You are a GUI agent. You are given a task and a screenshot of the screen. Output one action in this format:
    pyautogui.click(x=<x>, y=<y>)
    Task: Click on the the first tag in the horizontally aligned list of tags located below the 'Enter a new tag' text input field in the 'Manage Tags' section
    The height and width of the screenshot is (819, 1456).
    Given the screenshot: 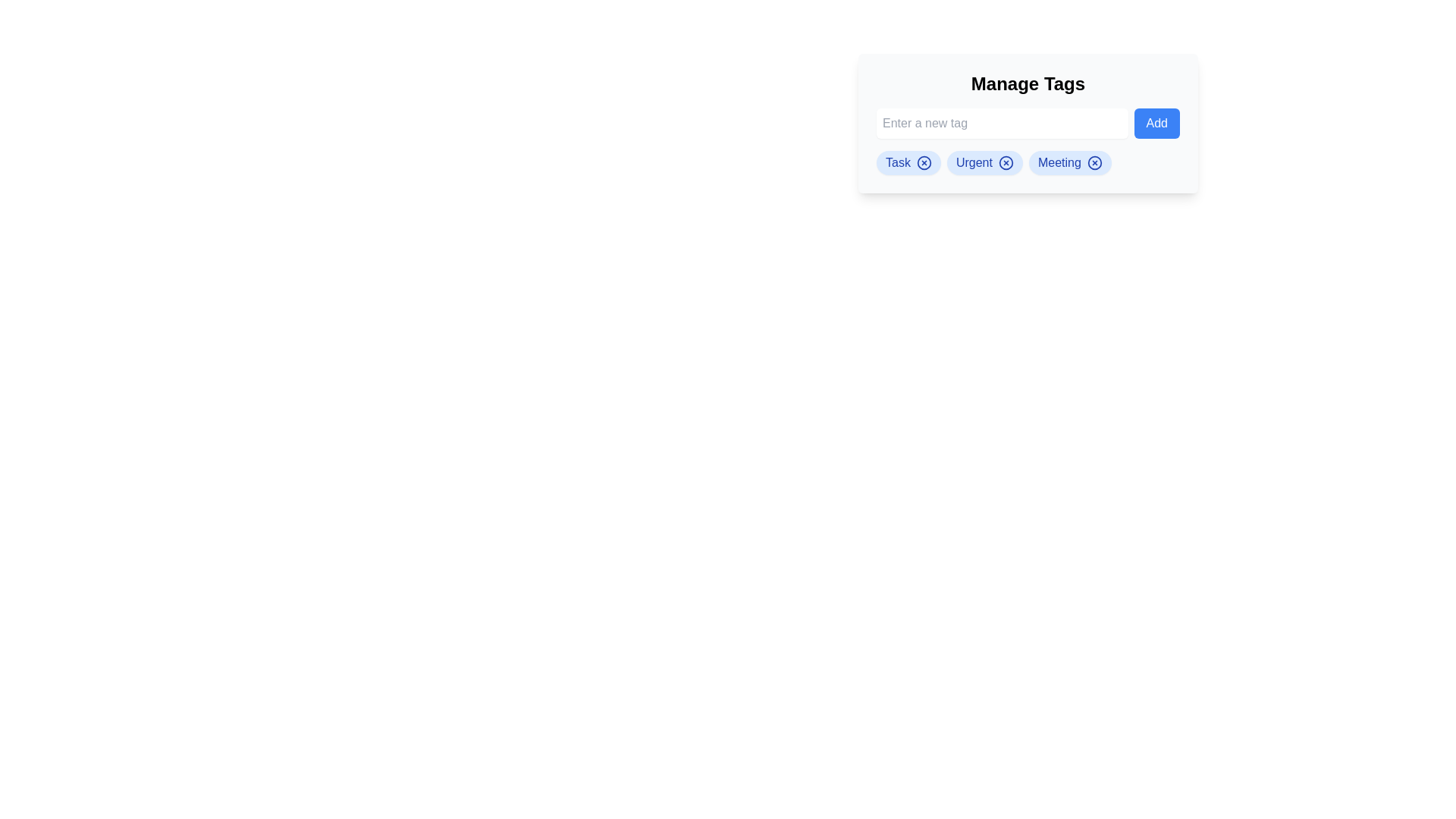 What is the action you would take?
    pyautogui.click(x=908, y=163)
    